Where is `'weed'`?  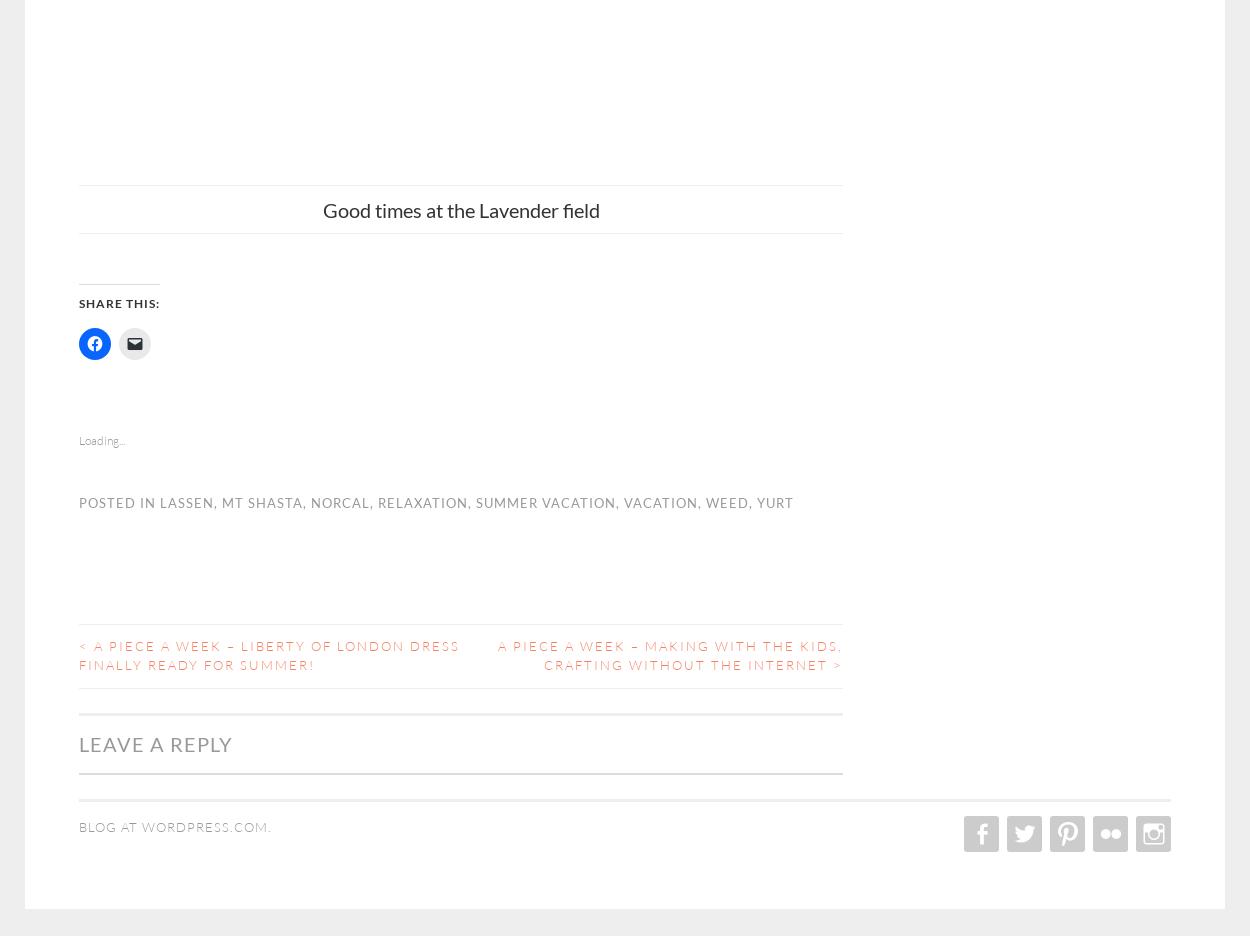
'weed' is located at coordinates (726, 500).